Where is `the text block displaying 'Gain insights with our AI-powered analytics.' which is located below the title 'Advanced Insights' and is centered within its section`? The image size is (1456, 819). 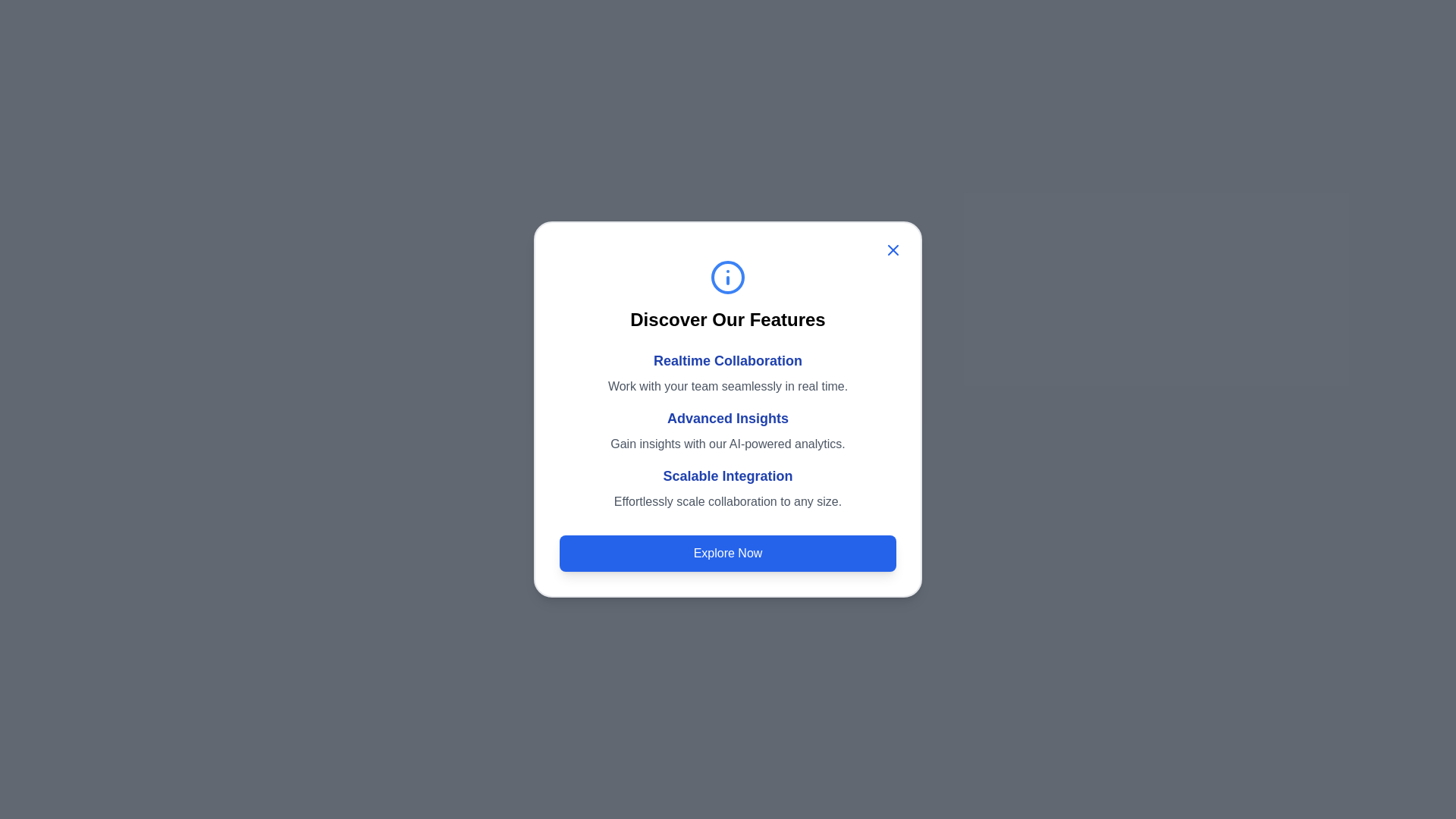 the text block displaying 'Gain insights with our AI-powered analytics.' which is located below the title 'Advanced Insights' and is centered within its section is located at coordinates (728, 444).